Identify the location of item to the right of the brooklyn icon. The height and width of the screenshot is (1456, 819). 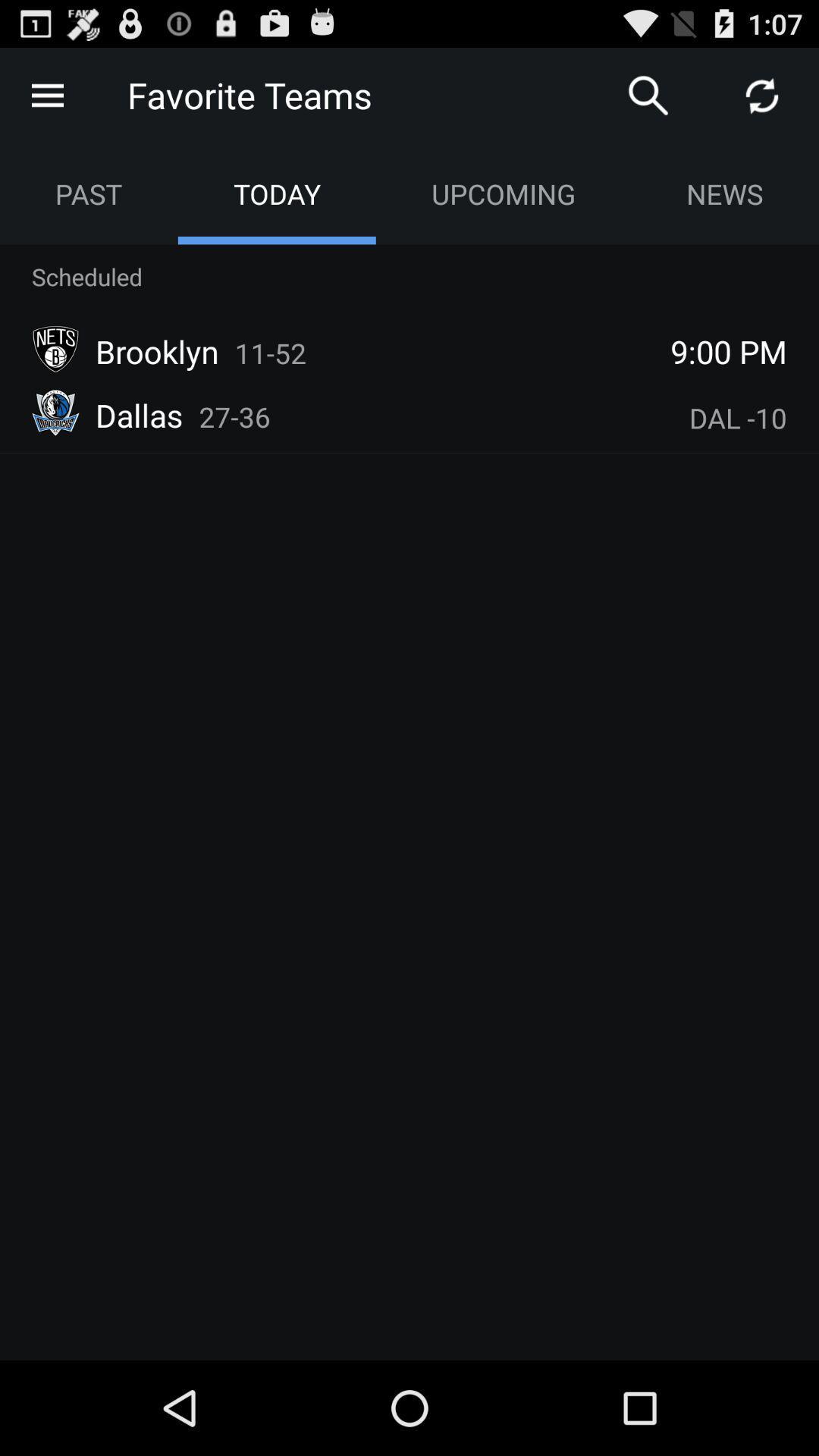
(270, 352).